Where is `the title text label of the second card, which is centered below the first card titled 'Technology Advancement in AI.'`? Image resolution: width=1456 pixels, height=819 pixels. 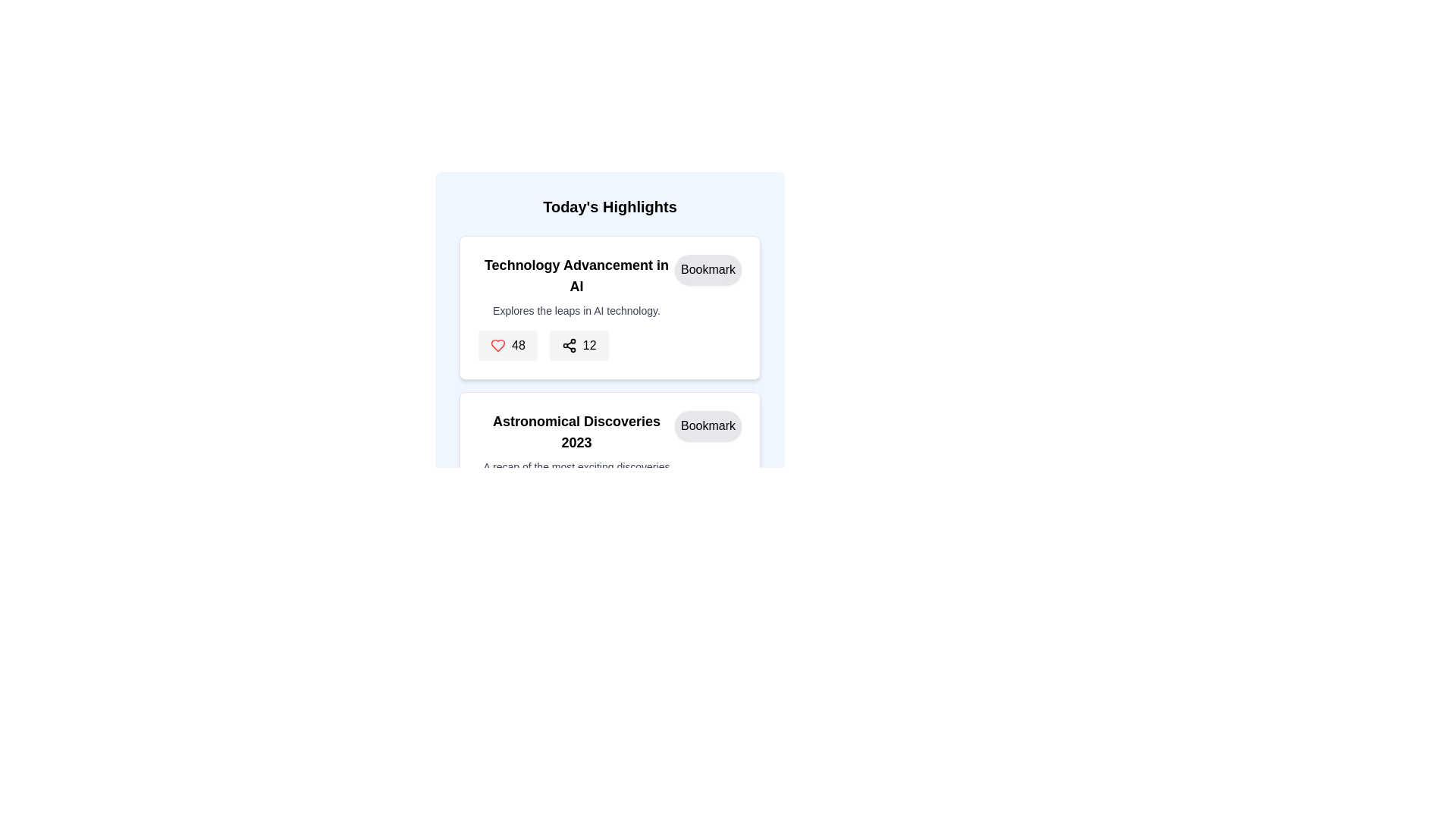 the title text label of the second card, which is centered below the first card titled 'Technology Advancement in AI.' is located at coordinates (576, 432).